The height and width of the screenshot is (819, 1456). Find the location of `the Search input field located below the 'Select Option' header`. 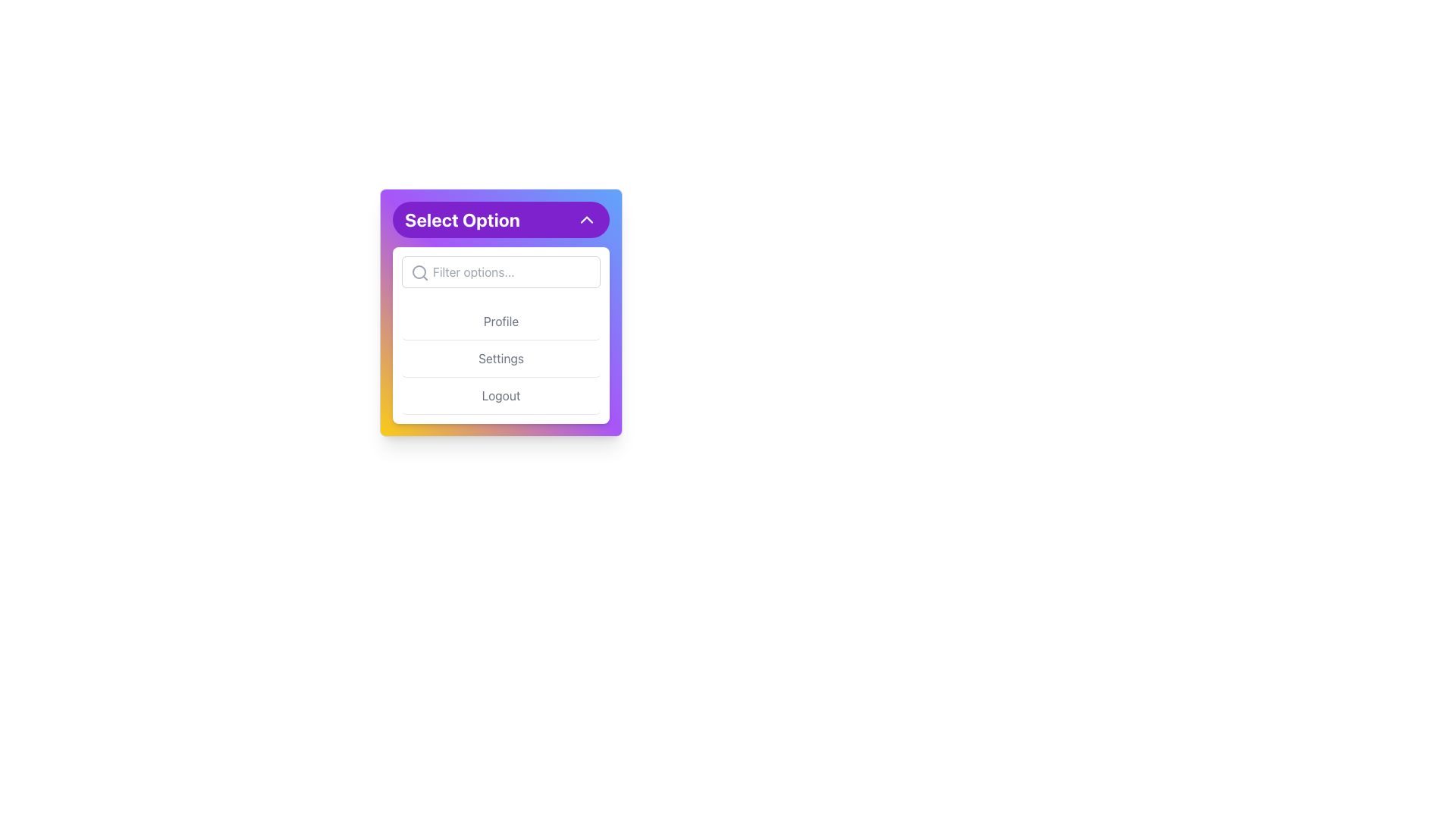

the Search input field located below the 'Select Option' header is located at coordinates (501, 271).